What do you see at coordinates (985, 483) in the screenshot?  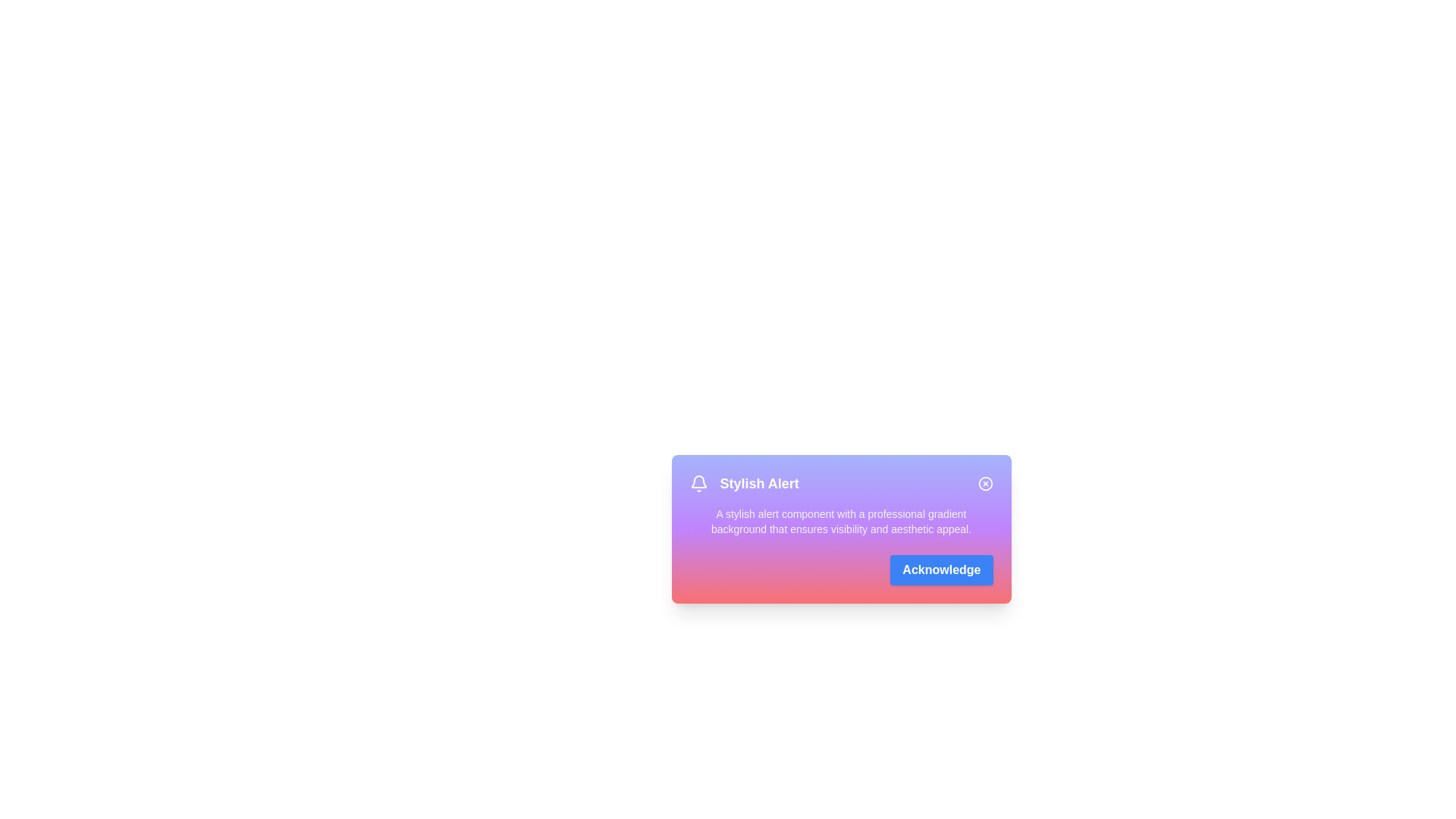 I see `the close button to dismiss the alert` at bounding box center [985, 483].